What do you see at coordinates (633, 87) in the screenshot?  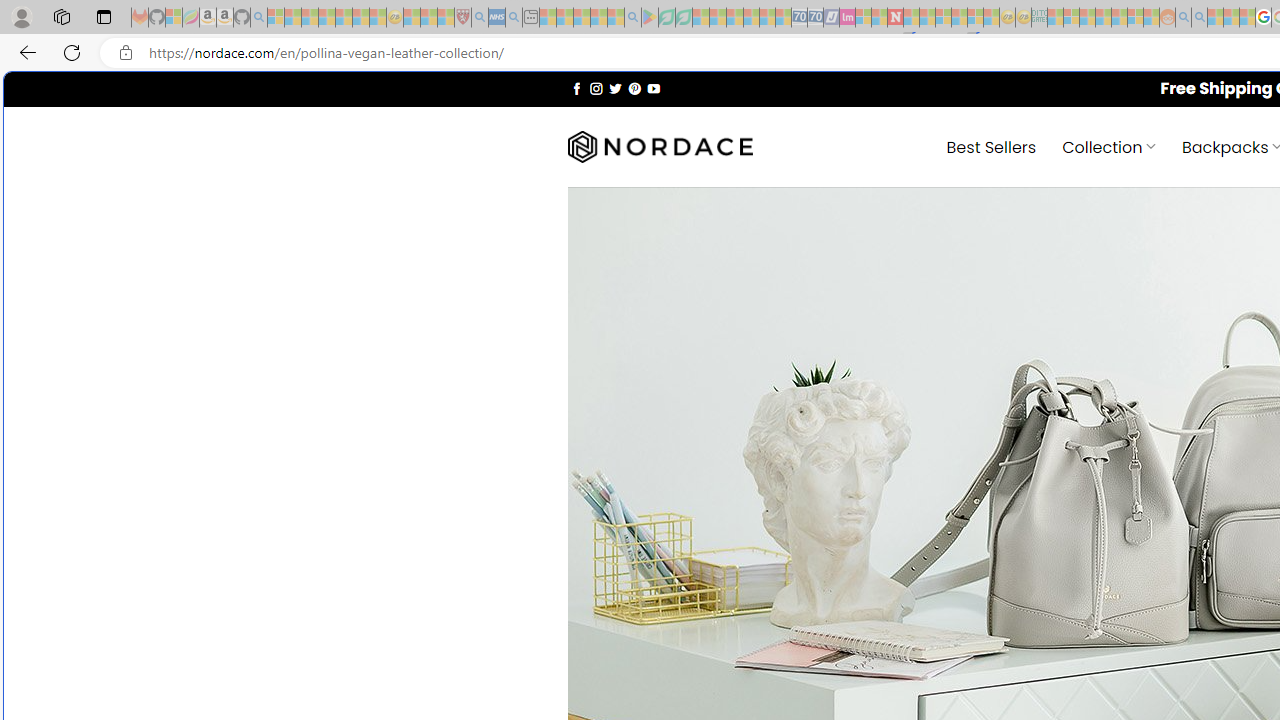 I see `'Follow on Pinterest'` at bounding box center [633, 87].